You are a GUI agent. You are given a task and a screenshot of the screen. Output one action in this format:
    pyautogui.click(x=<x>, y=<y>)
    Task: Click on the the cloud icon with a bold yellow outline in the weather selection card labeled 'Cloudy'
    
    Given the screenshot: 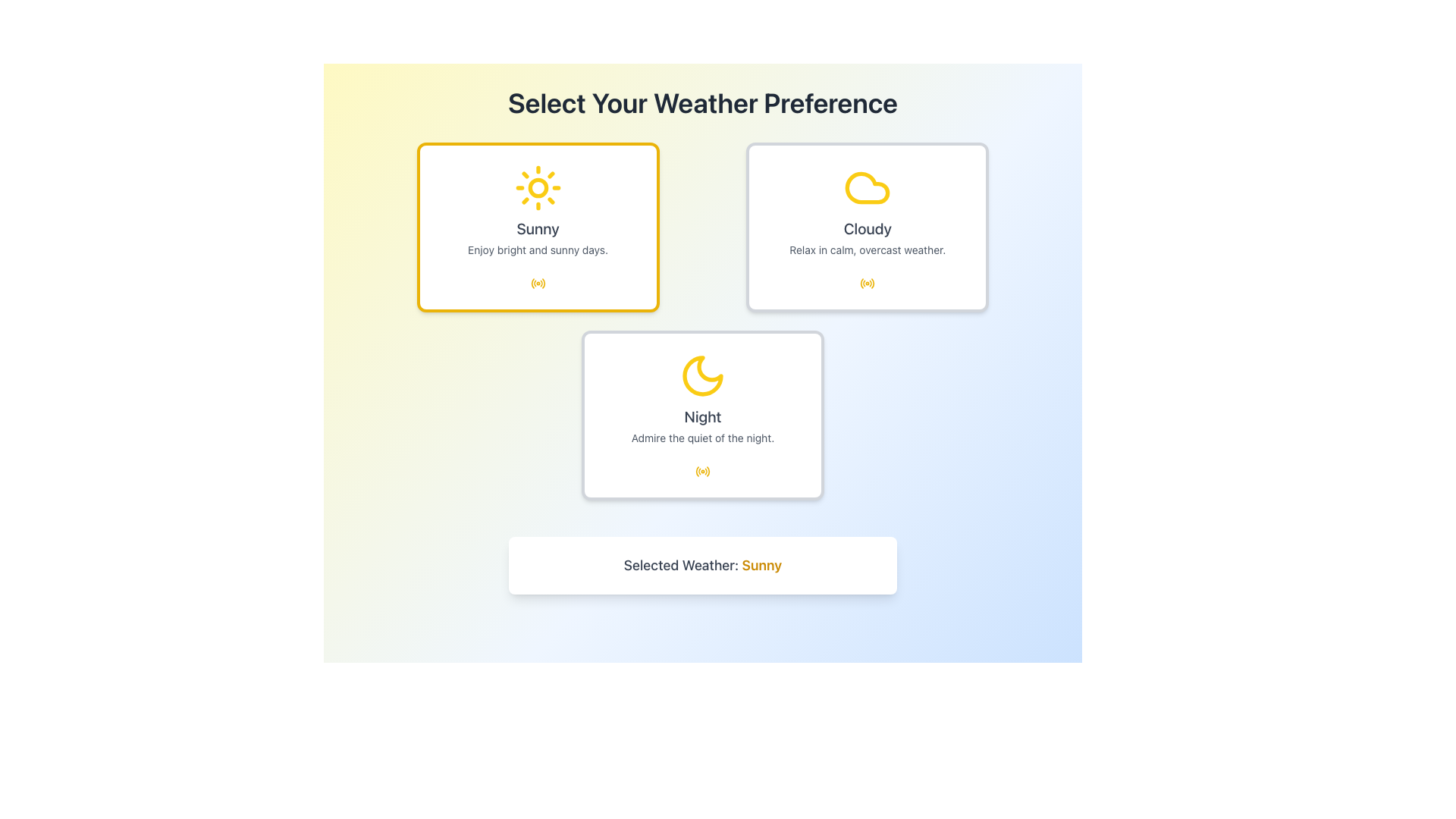 What is the action you would take?
    pyautogui.click(x=868, y=187)
    